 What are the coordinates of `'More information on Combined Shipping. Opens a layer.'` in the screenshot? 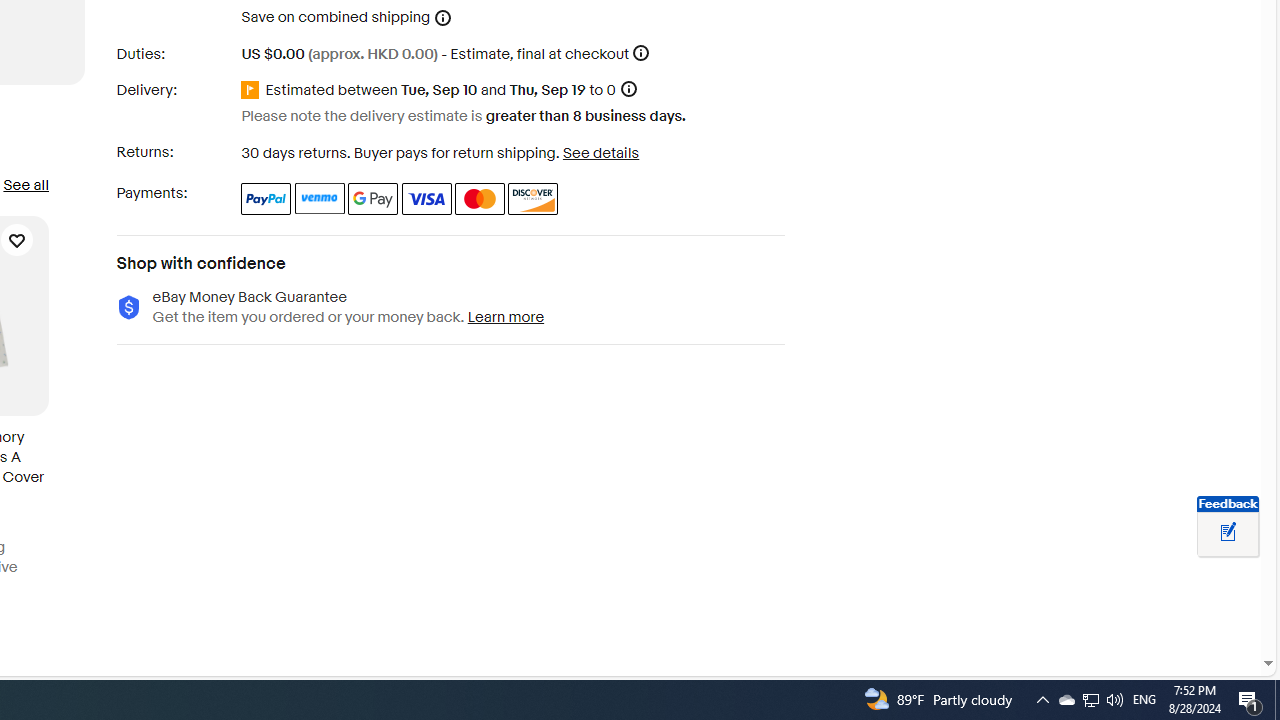 It's located at (442, 17).